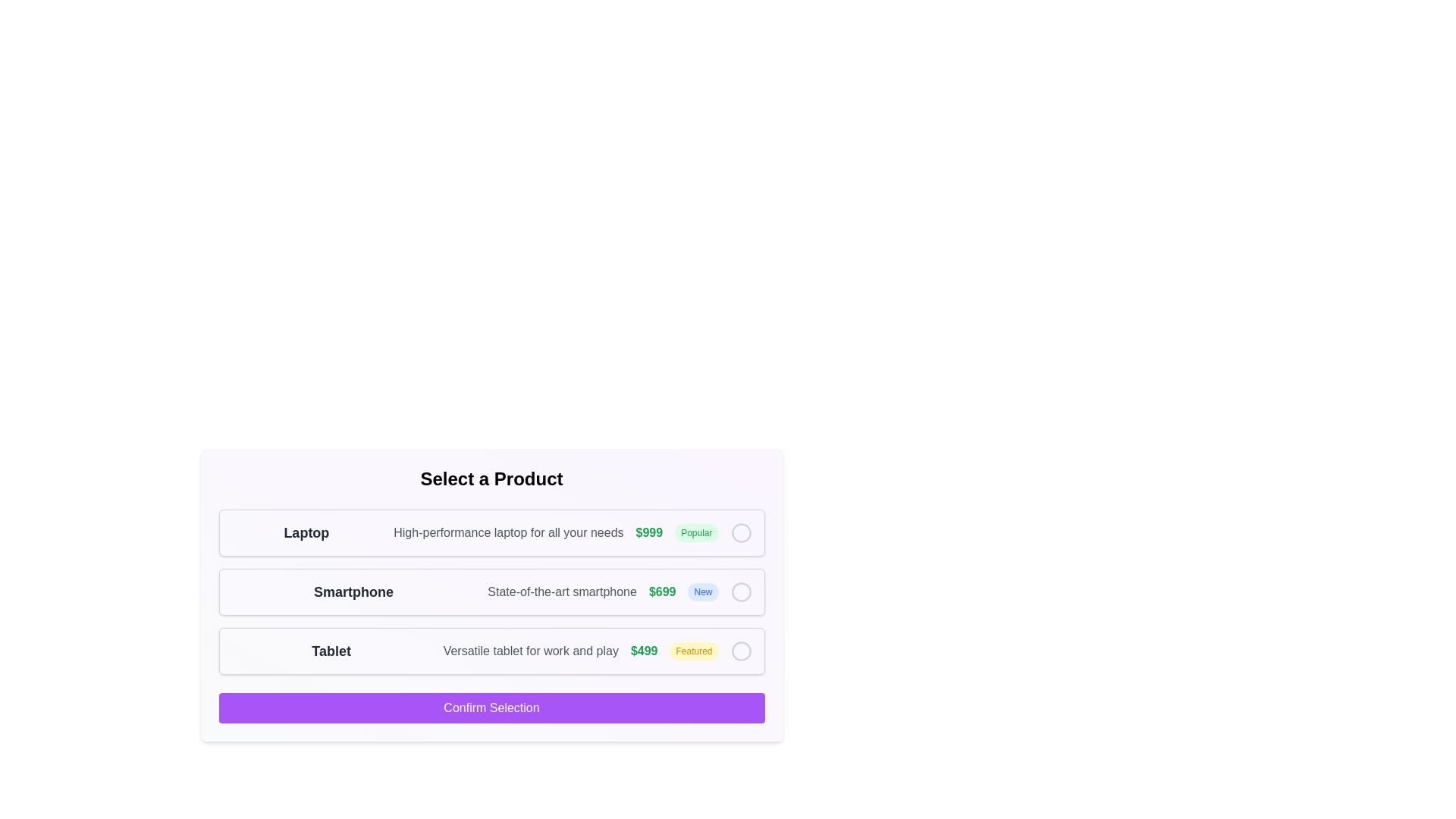 The width and height of the screenshot is (1456, 819). Describe the element at coordinates (649, 532) in the screenshot. I see `price information from the bold green-texted price label "$999" located within the card listing "Laptop", positioned between the descriptive text and the badge labeled "Popular"` at that location.